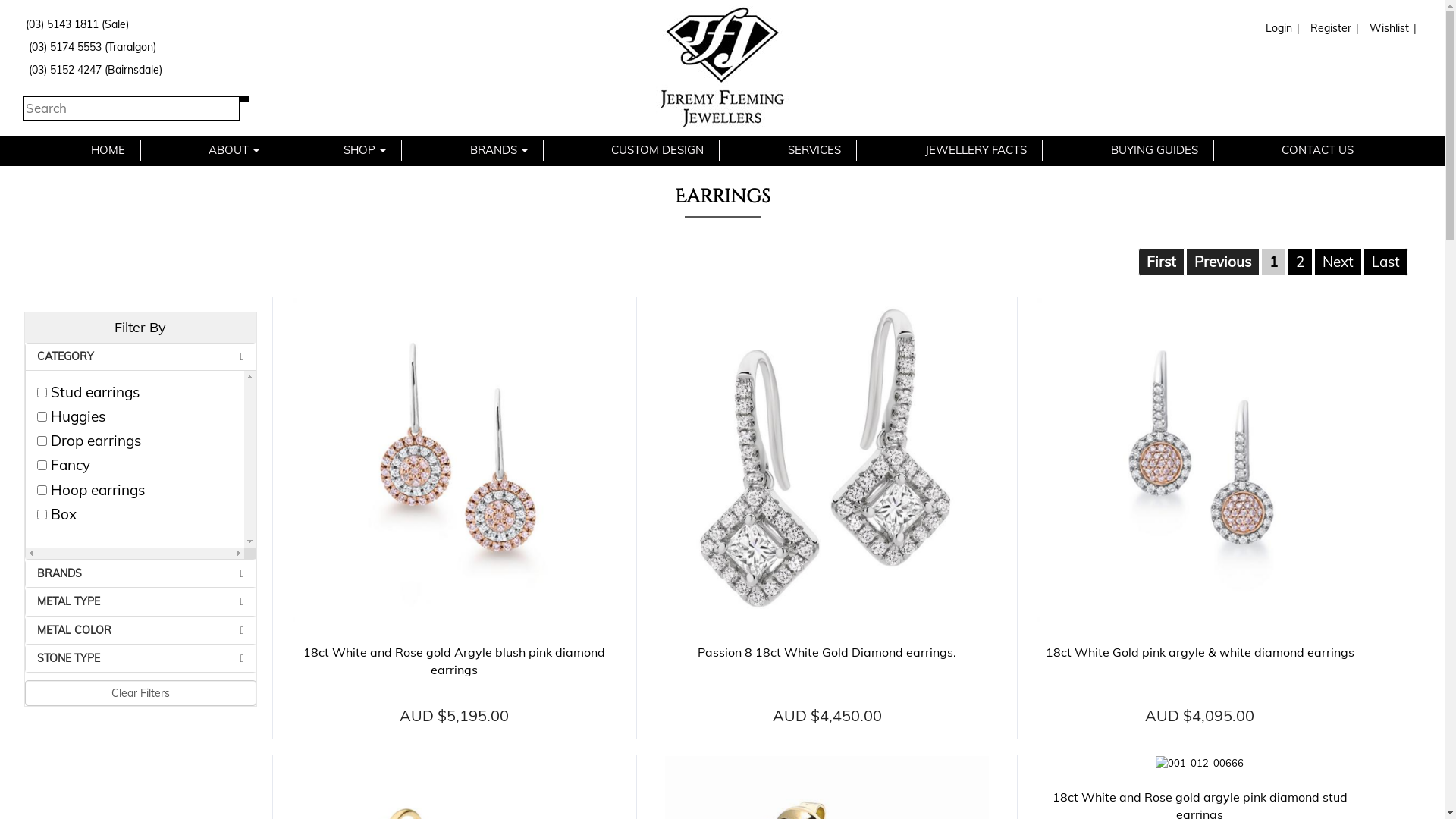  I want to click on 'Register', so click(1328, 28).